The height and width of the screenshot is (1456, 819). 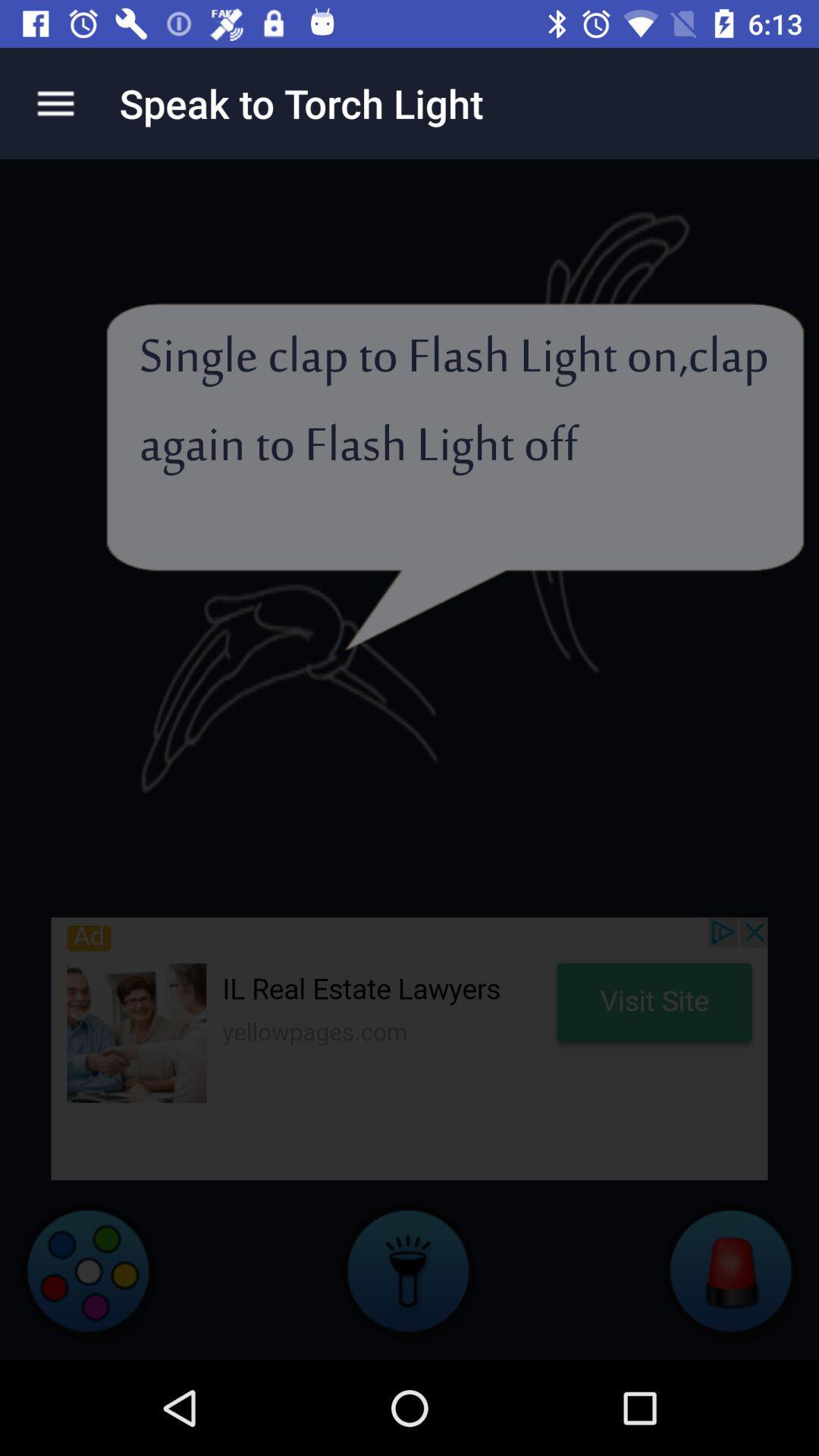 What do you see at coordinates (55, 102) in the screenshot?
I see `menu list` at bounding box center [55, 102].